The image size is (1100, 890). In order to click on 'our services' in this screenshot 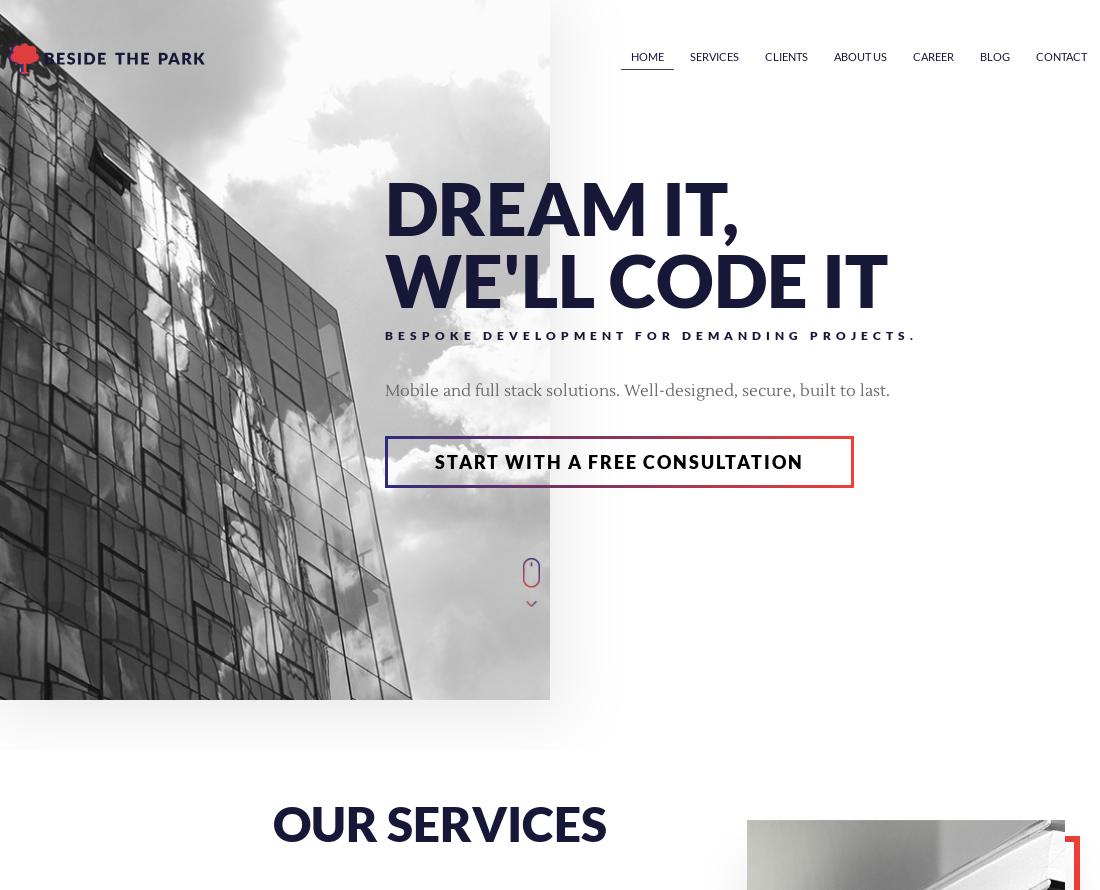, I will do `click(439, 822)`.